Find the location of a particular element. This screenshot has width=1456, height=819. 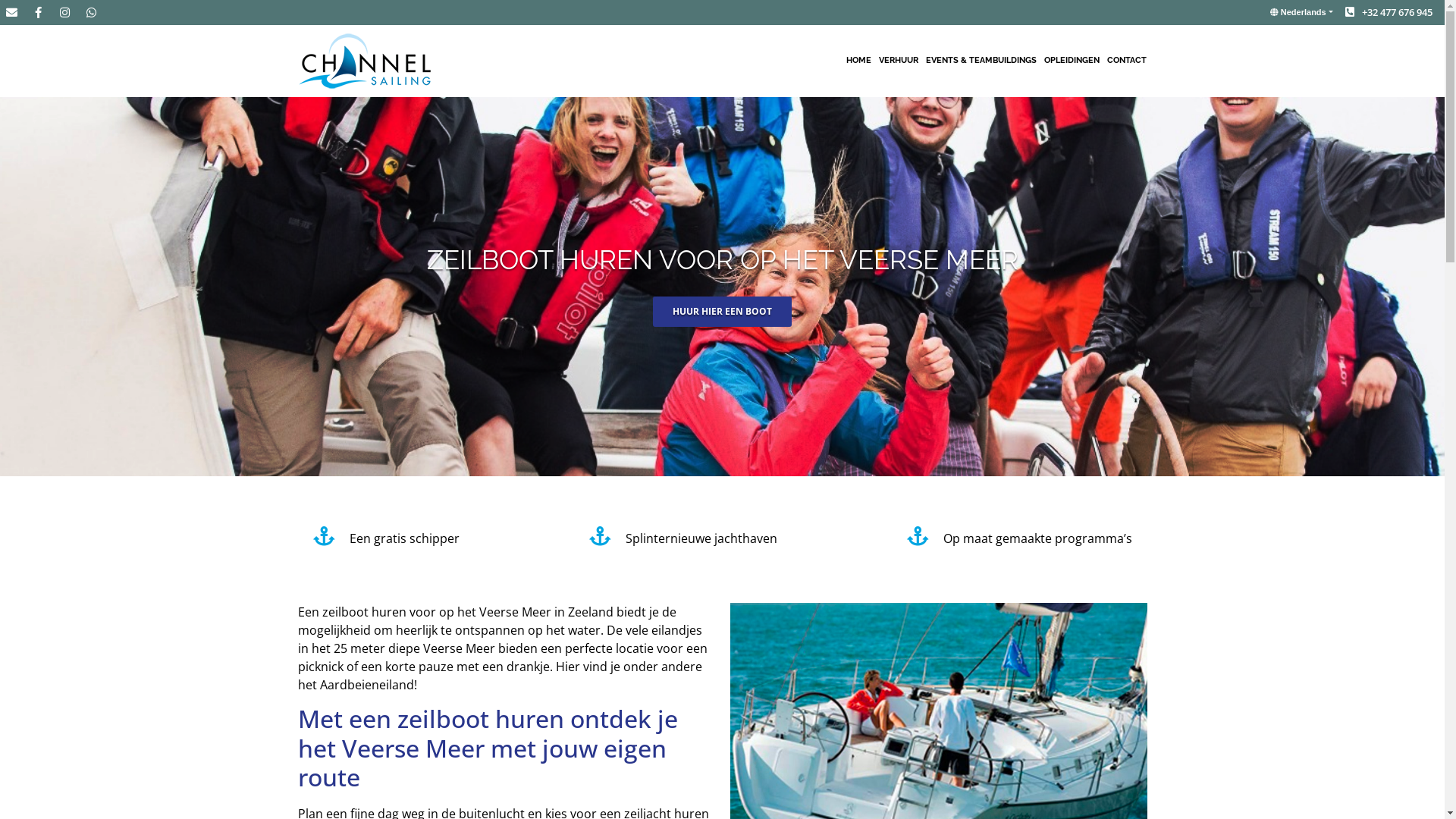

'+32 477 676 945' is located at coordinates (1345, 12).